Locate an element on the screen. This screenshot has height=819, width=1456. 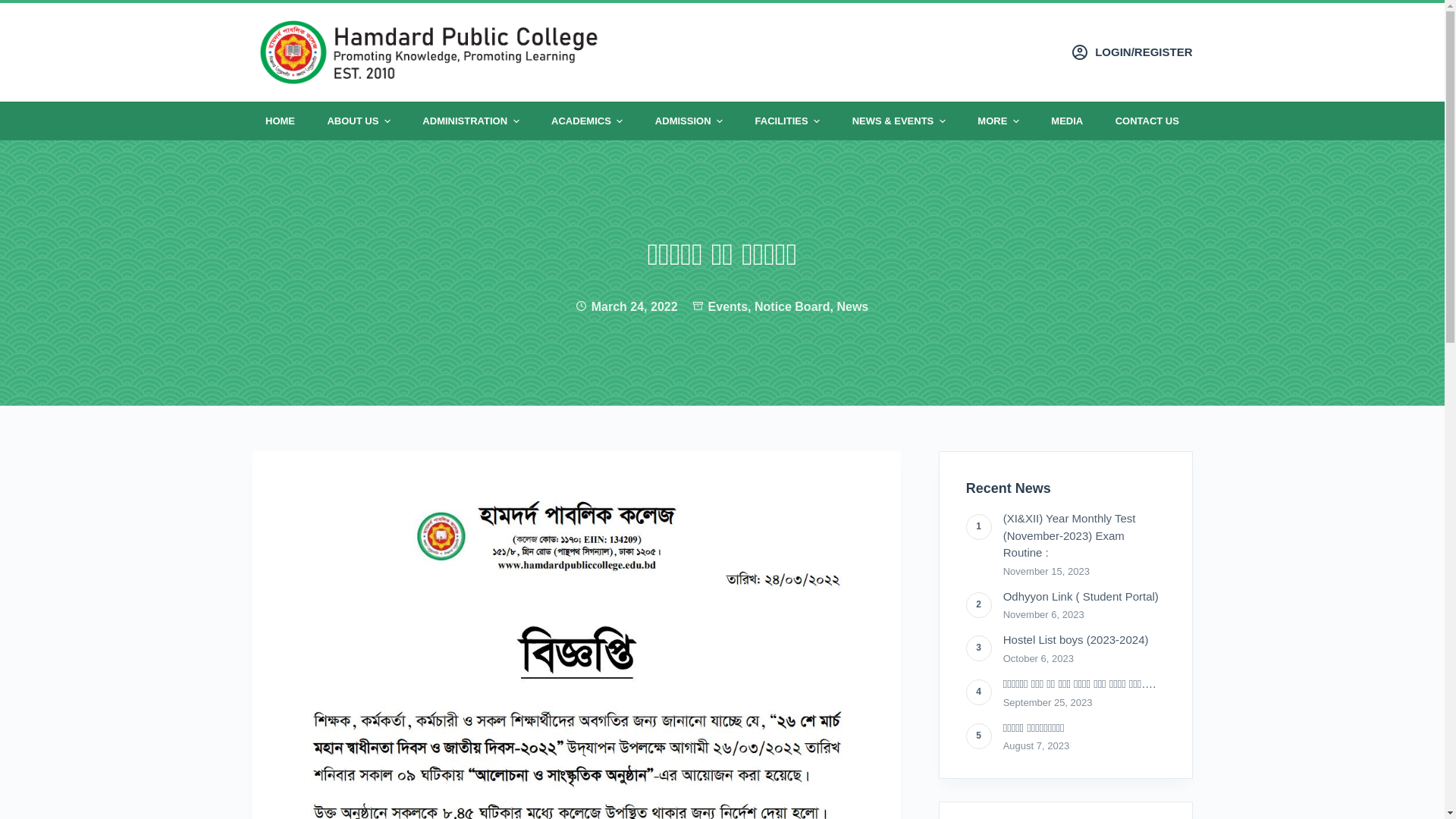
'ADMINISTRATION' is located at coordinates (469, 120).